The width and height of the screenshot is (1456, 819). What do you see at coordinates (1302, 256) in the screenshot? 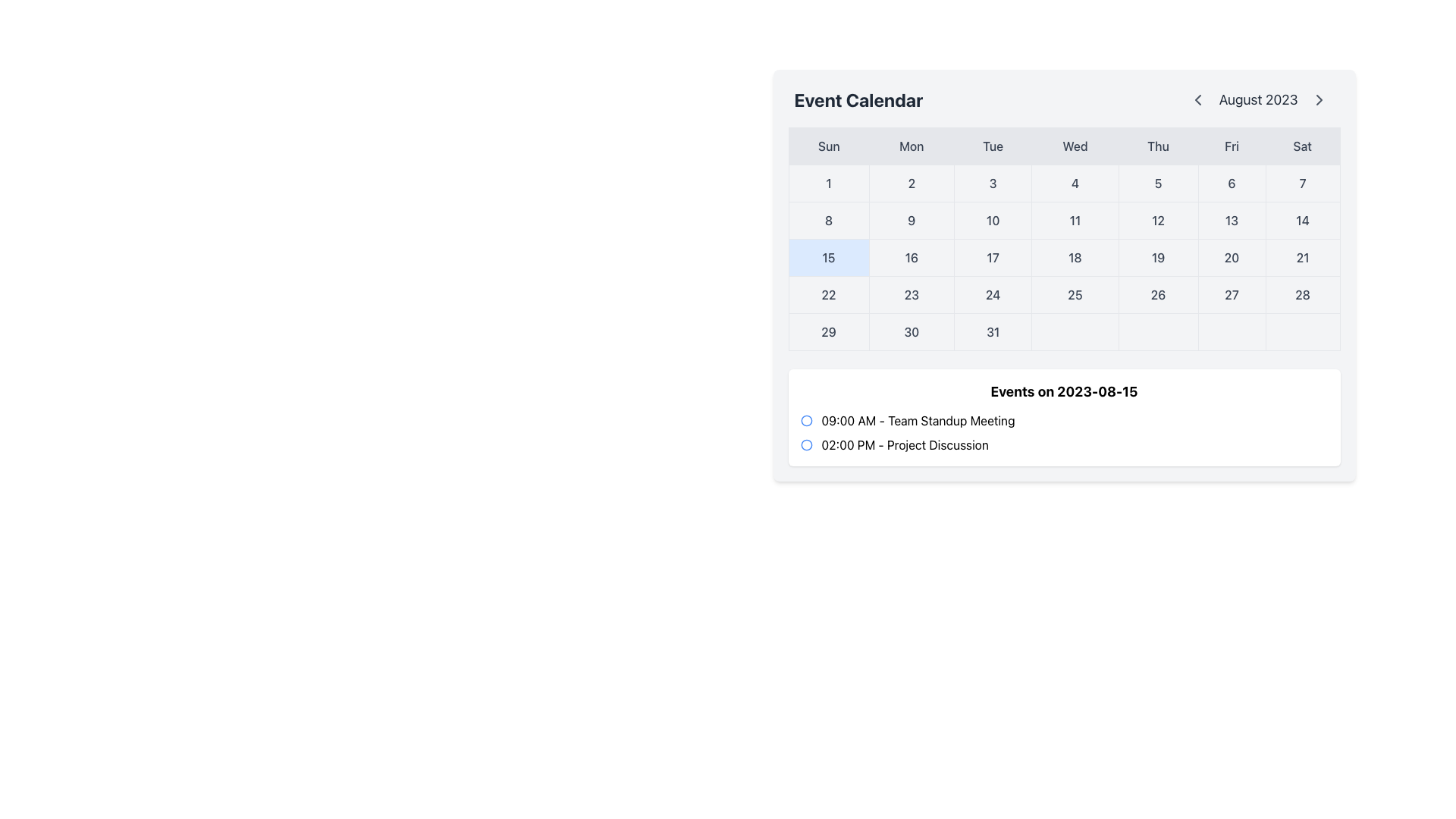
I see `the calendar date box displaying '21' located in the top-right of the calendar view under the label 'Event Calendar'` at bounding box center [1302, 256].